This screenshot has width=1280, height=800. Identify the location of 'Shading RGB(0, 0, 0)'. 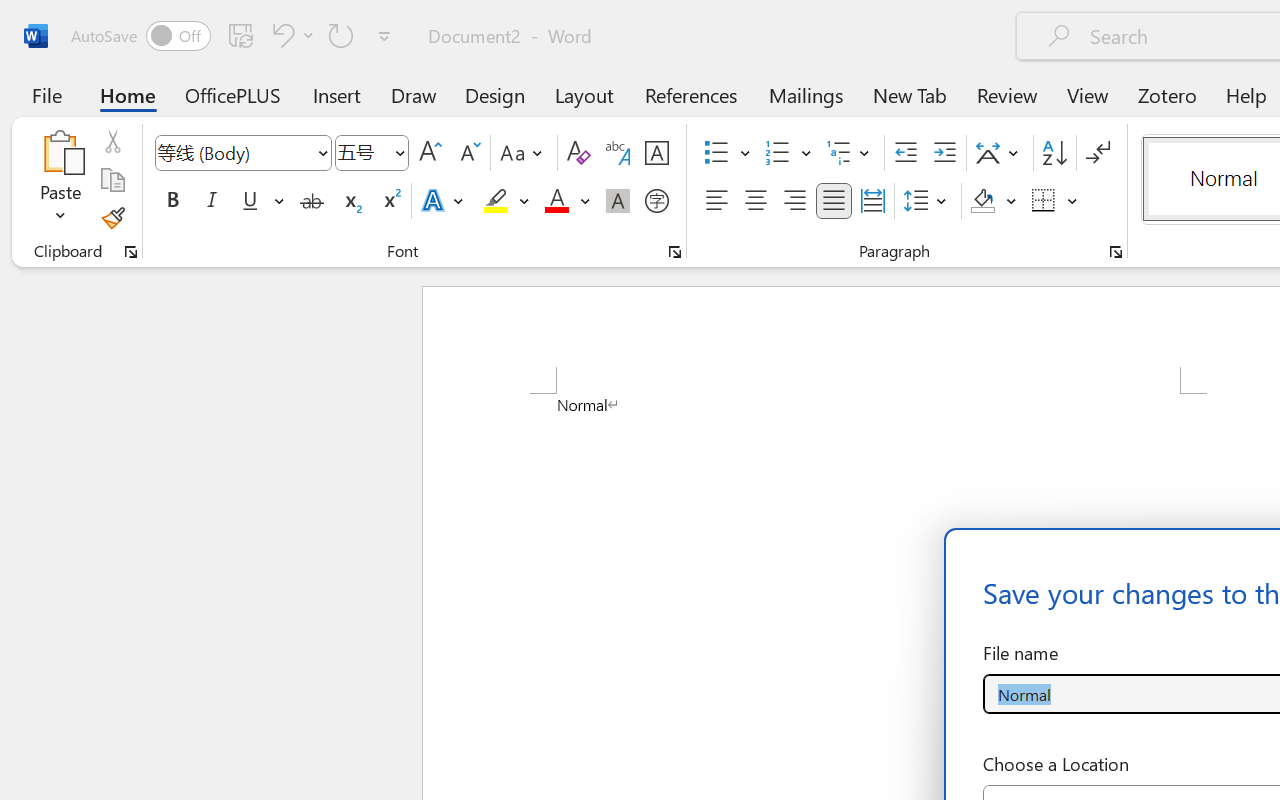
(983, 201).